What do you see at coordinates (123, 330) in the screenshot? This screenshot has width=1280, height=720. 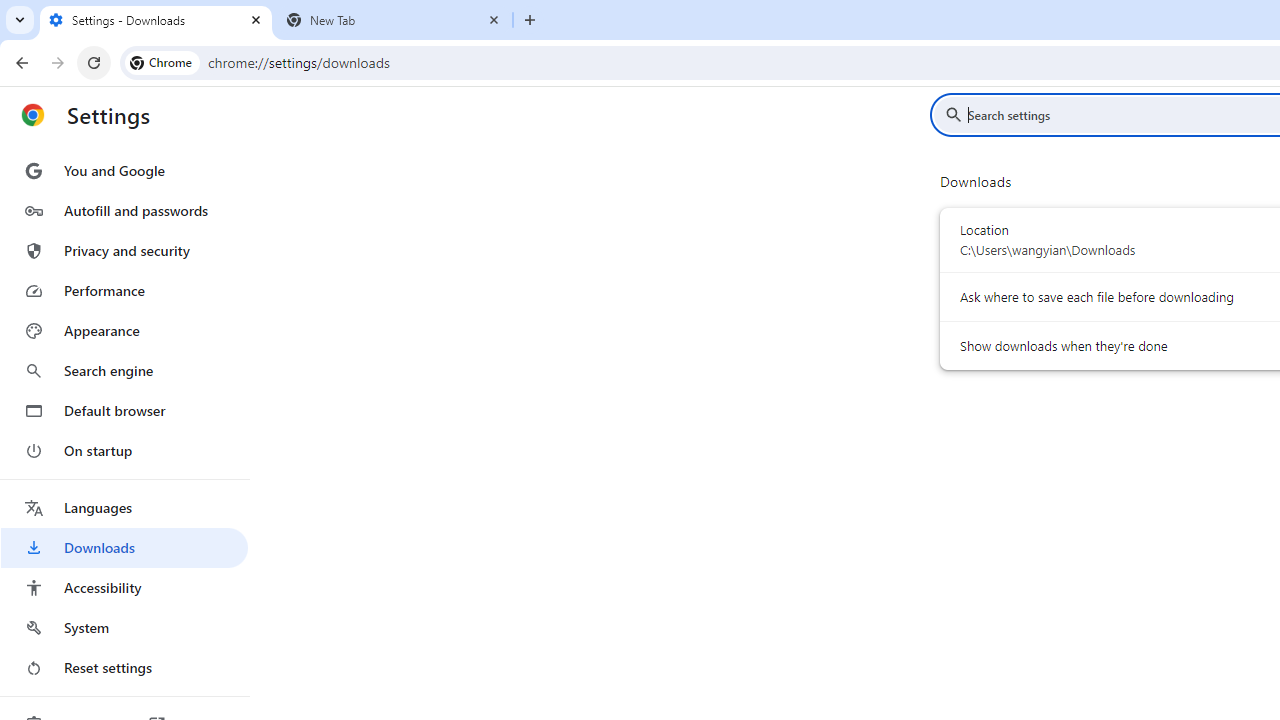 I see `'Appearance'` at bounding box center [123, 330].